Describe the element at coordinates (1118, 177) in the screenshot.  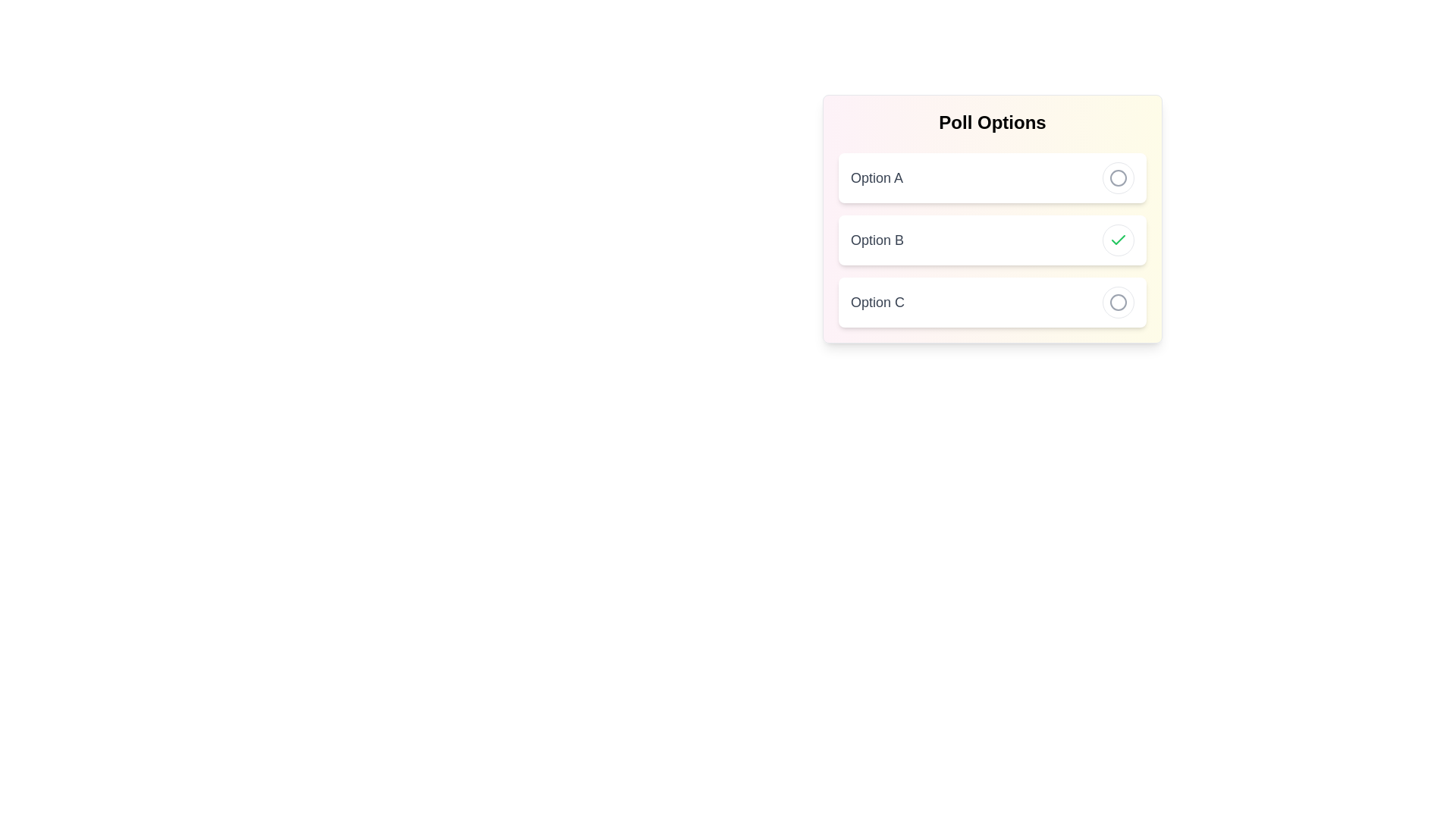
I see `the toggle button of Option A to toggle its selection` at that location.